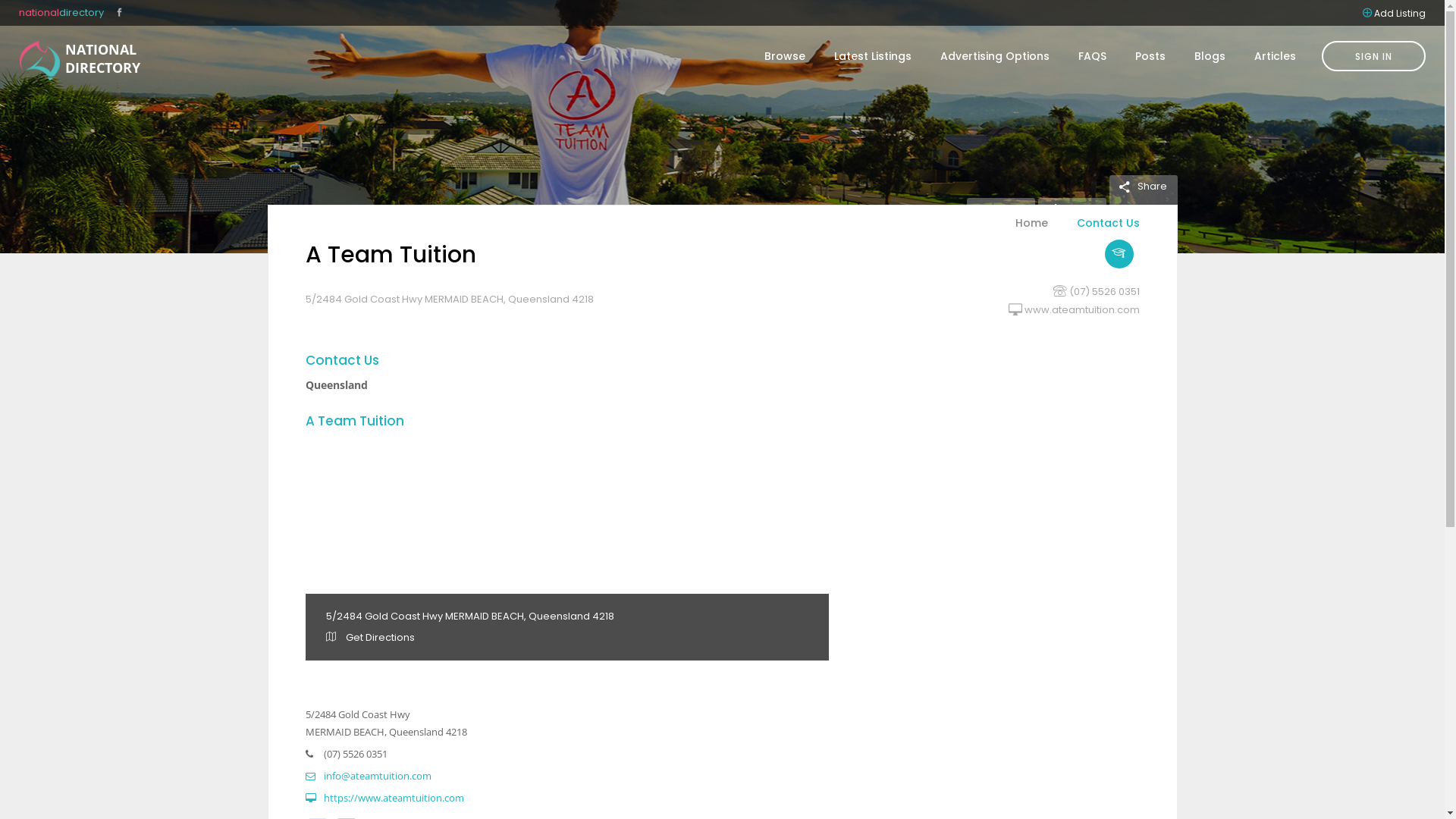 The image size is (1456, 819). Describe the element at coordinates (873, 55) in the screenshot. I see `'Latest Listings'` at that location.